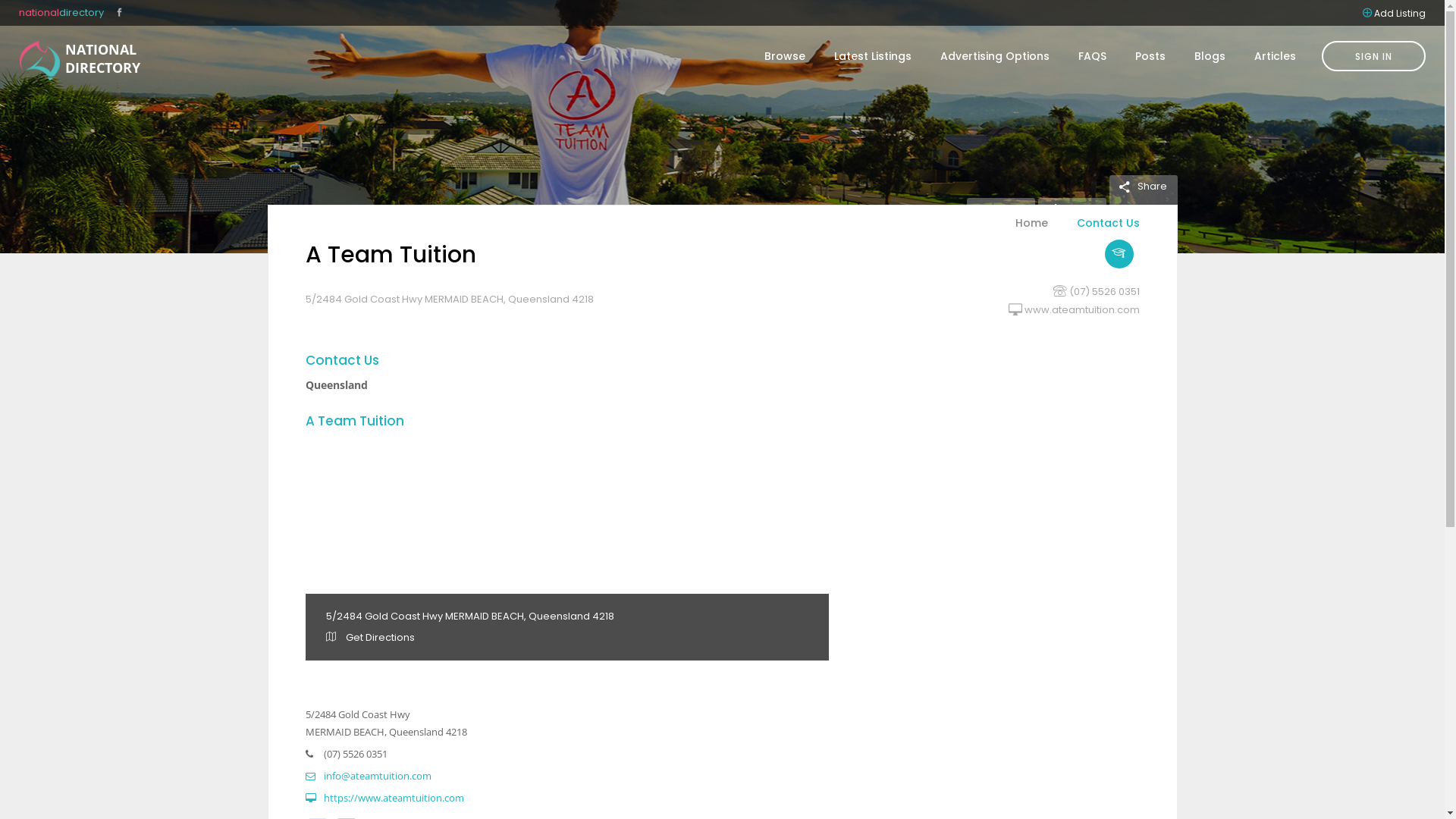 The image size is (1456, 819). Describe the element at coordinates (873, 55) in the screenshot. I see `'Latest Listings'` at that location.